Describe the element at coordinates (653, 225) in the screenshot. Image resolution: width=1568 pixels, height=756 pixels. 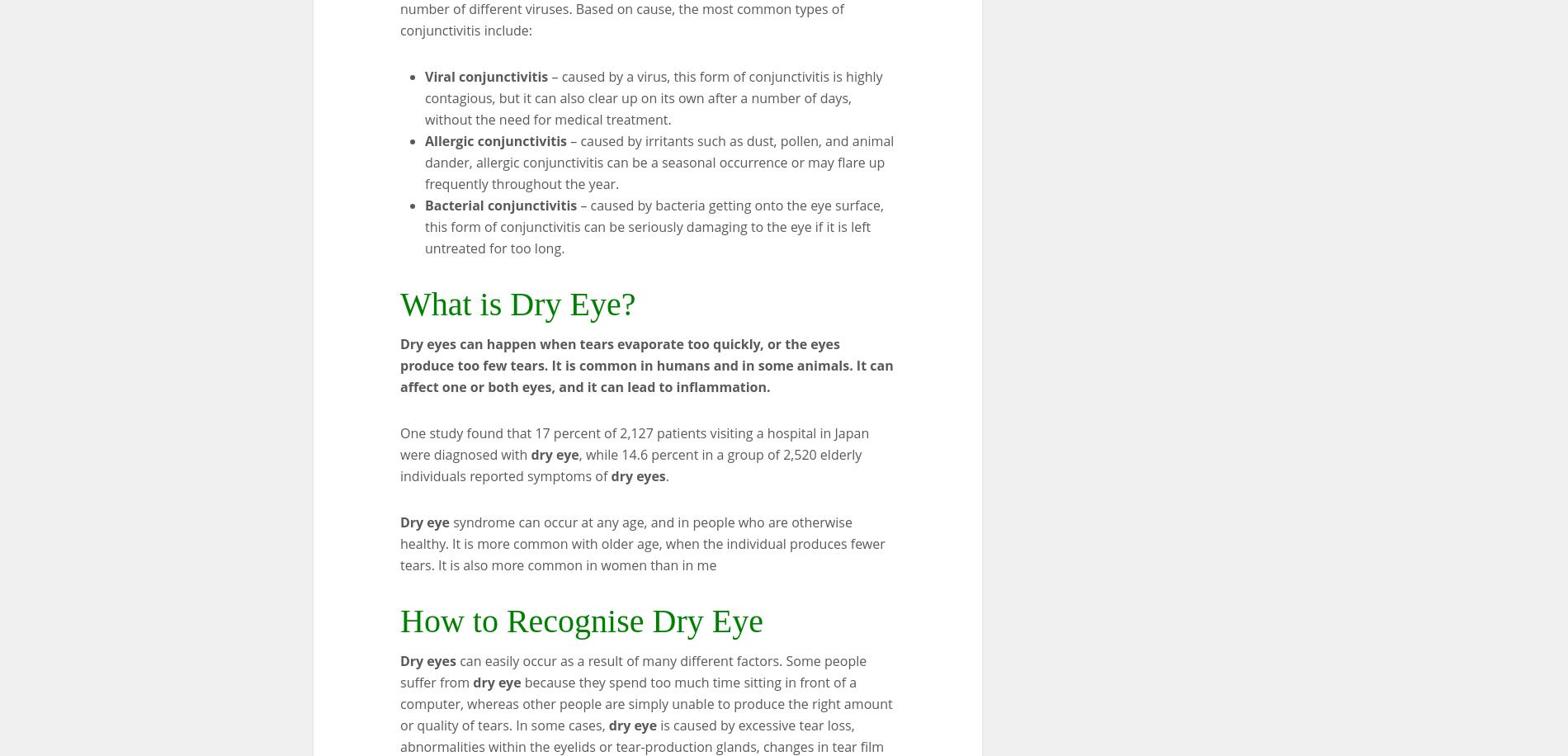
I see `'– caused by bacteria getting onto the eye surface, this form of conjunctivitis can be seriously damaging to the eye if it is left untreated for too long.'` at that location.